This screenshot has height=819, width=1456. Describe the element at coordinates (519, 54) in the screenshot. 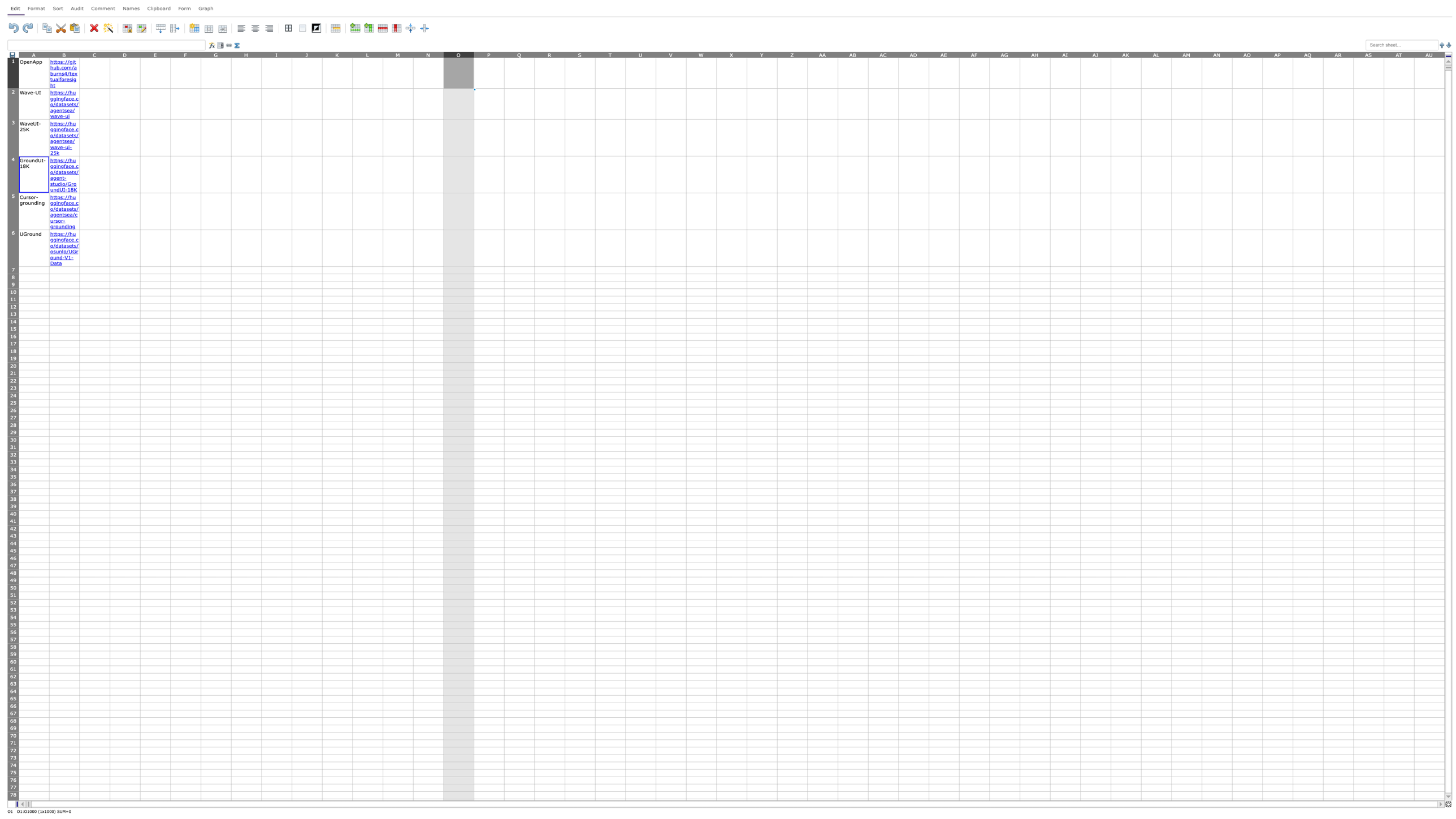

I see `column header Q` at that location.